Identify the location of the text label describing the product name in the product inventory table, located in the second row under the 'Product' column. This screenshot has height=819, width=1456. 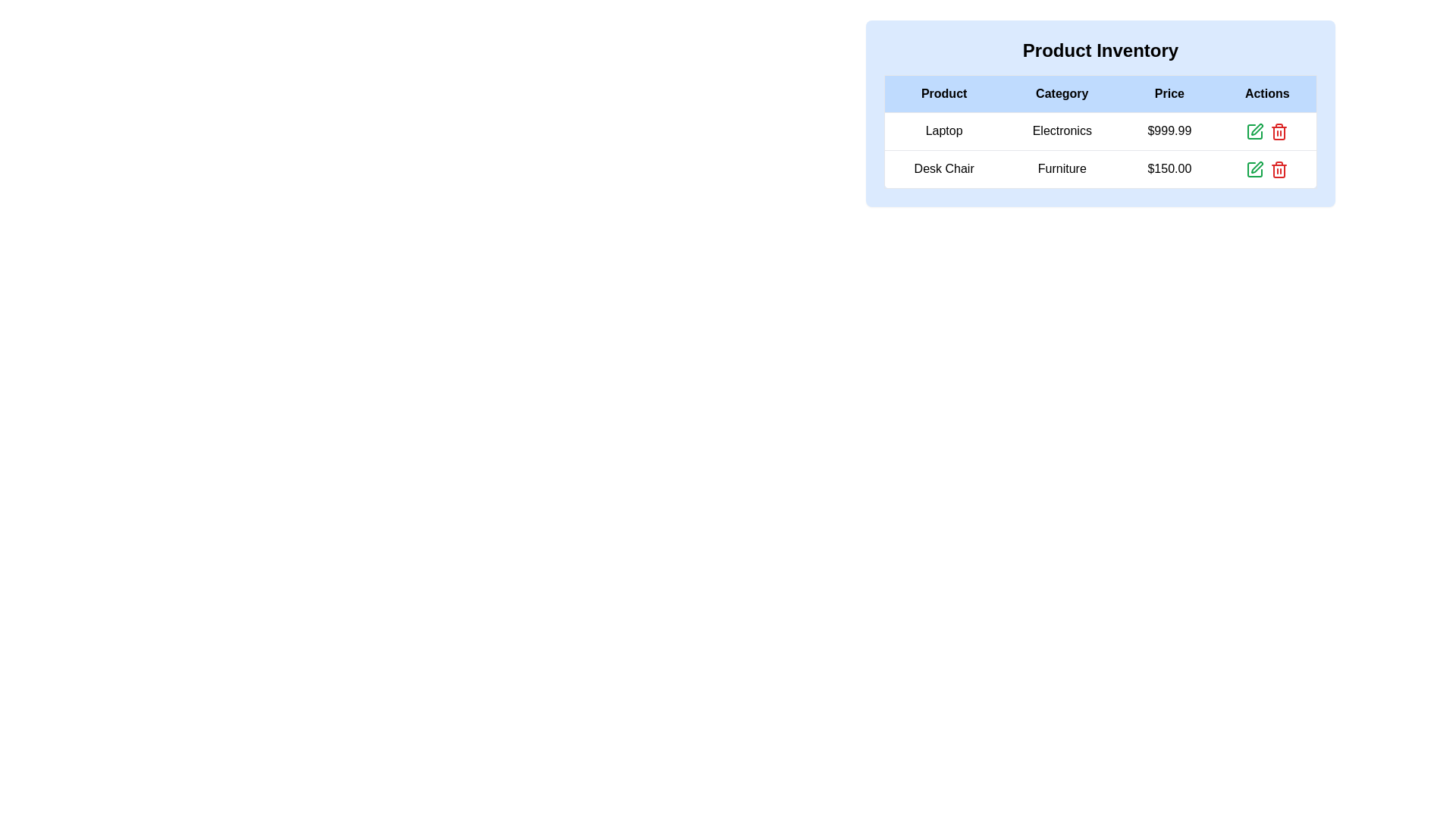
(943, 169).